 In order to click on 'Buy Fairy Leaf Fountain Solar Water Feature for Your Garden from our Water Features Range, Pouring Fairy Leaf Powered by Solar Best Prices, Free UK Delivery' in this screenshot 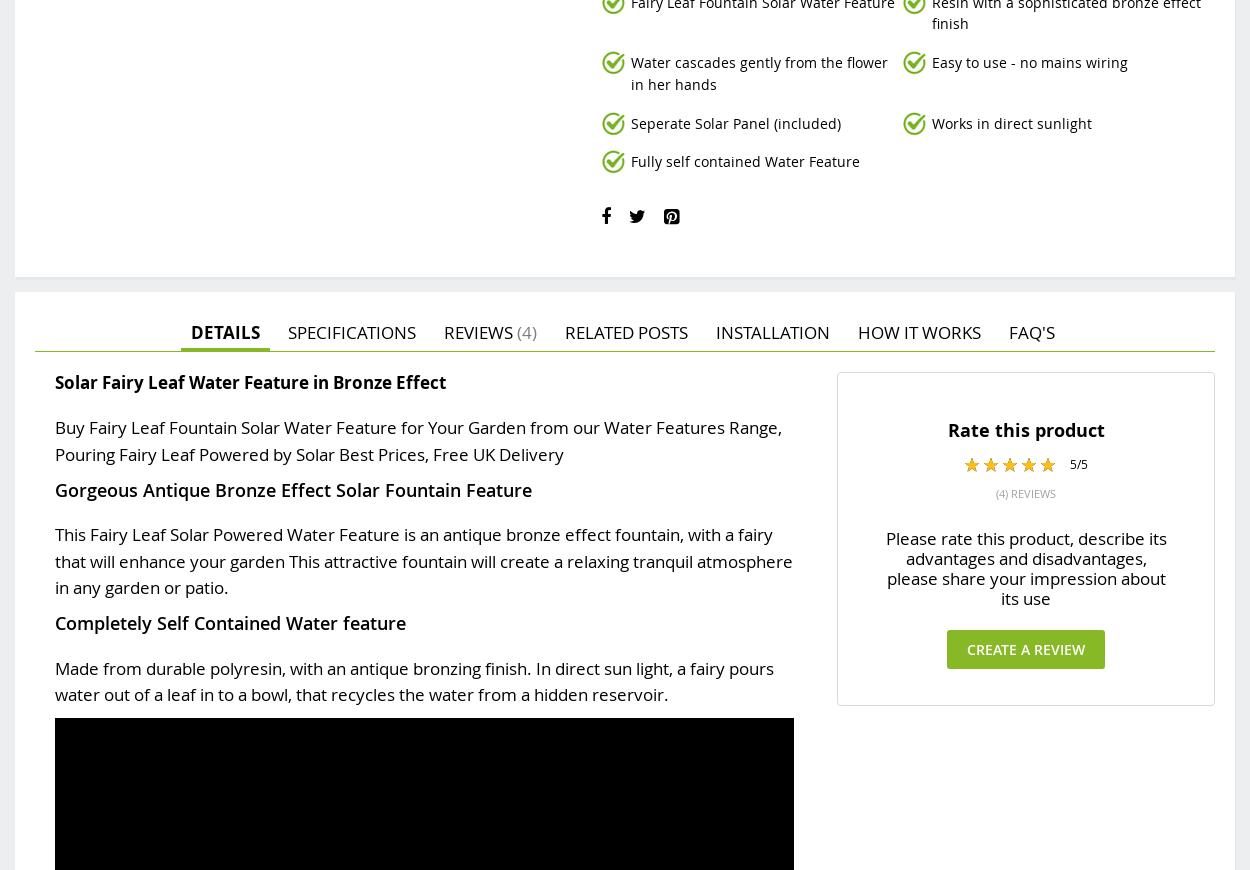, I will do `click(418, 439)`.